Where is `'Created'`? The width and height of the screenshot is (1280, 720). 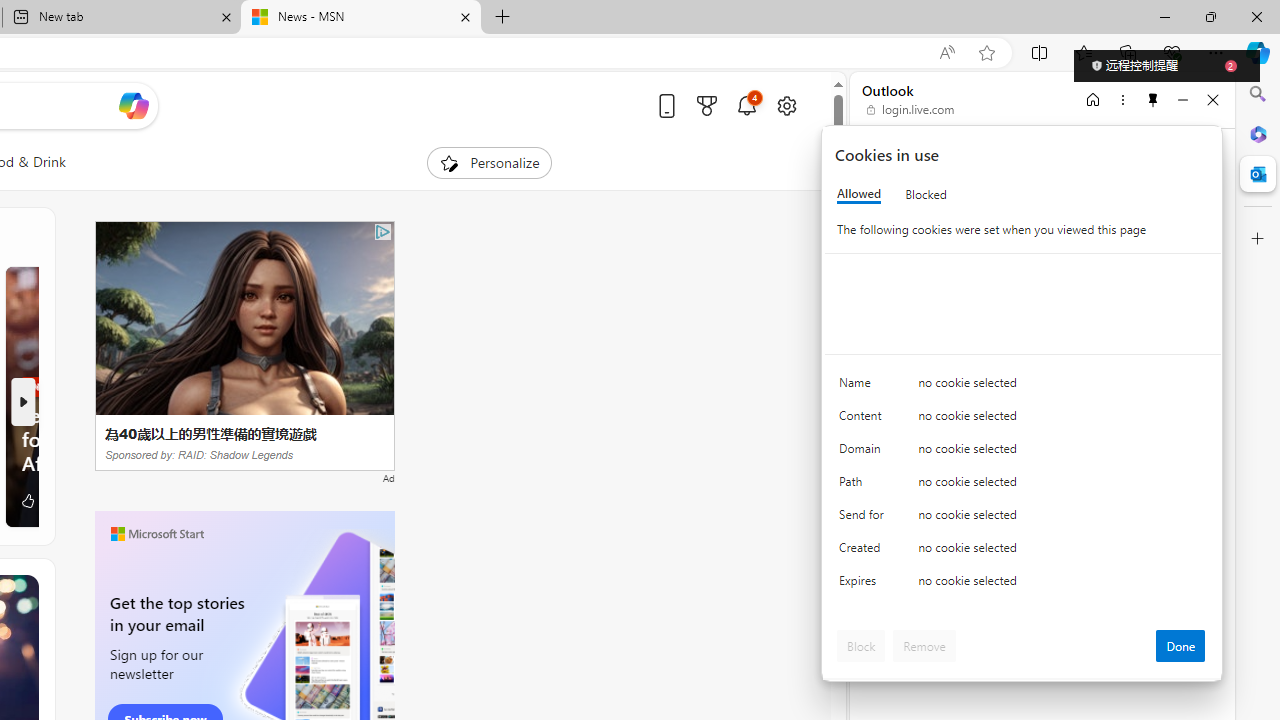
'Created' is located at coordinates (865, 552).